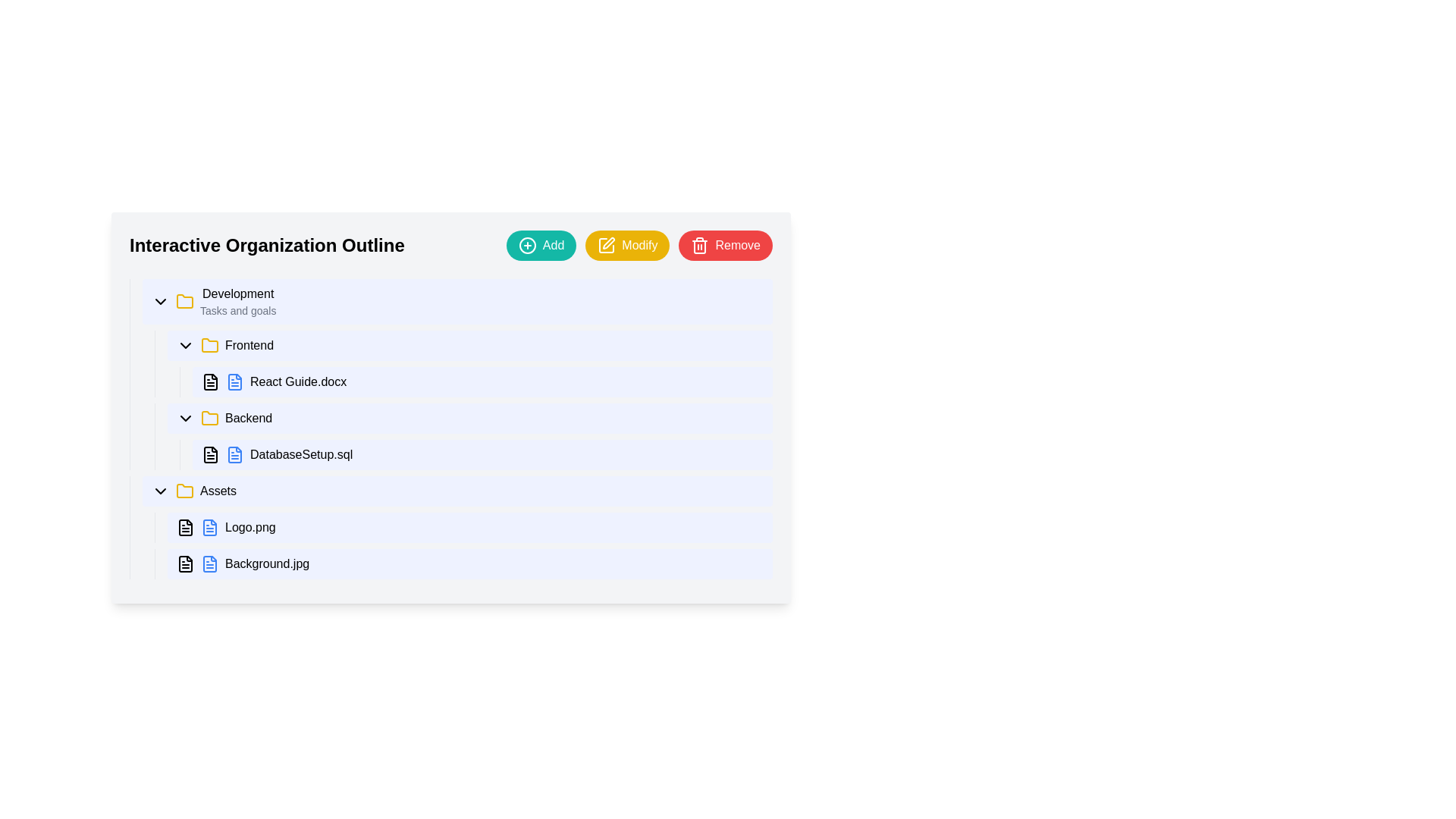 The height and width of the screenshot is (819, 1456). Describe the element at coordinates (209, 418) in the screenshot. I see `the folder icon representing the 'Backend' section` at that location.